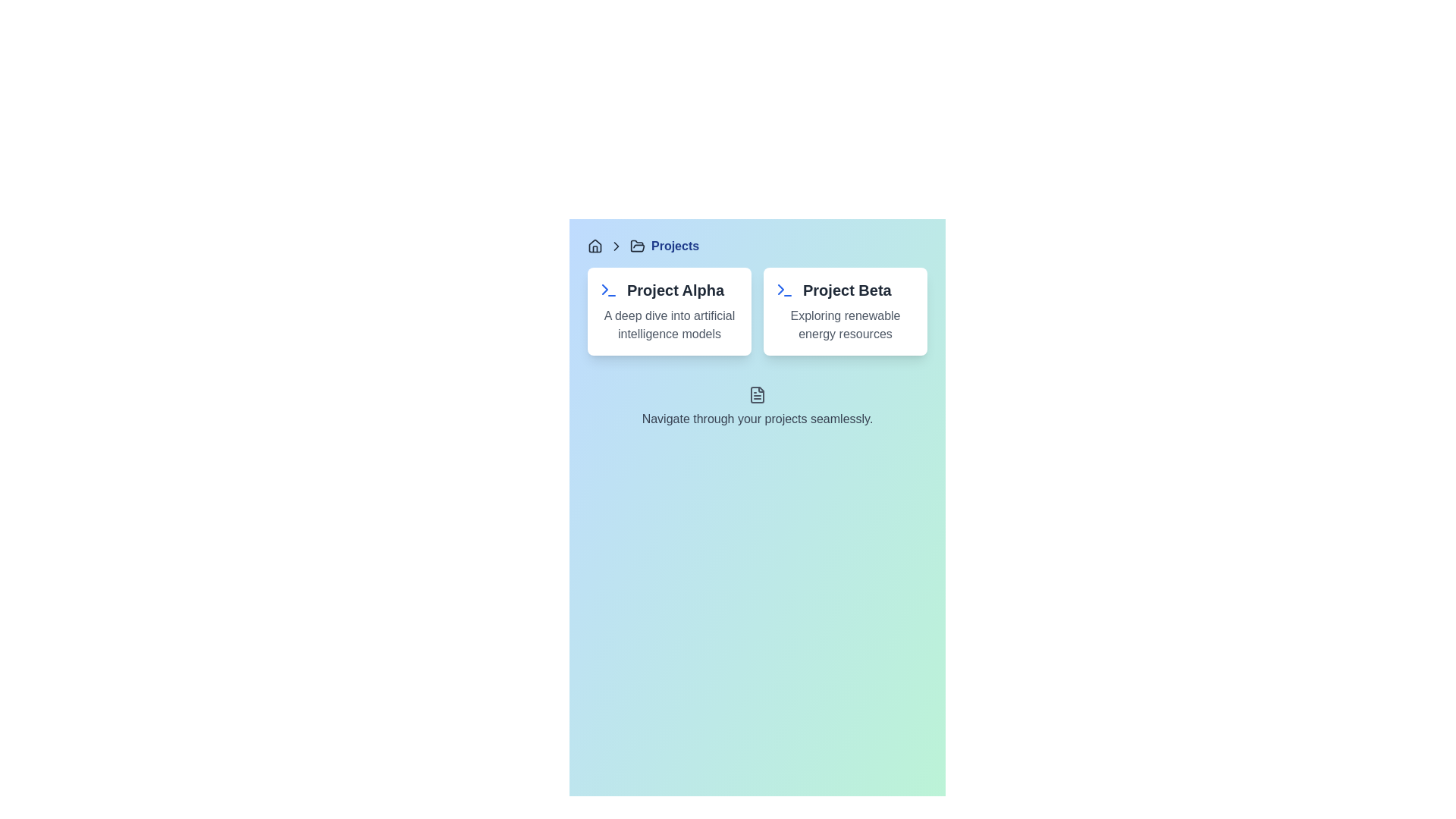 This screenshot has height=819, width=1456. I want to click on the informational prompt text with an accompanying icon located below the 'Project Alpha' and 'Project Beta' cards, serving as guidance for navigation functionality, so click(757, 406).